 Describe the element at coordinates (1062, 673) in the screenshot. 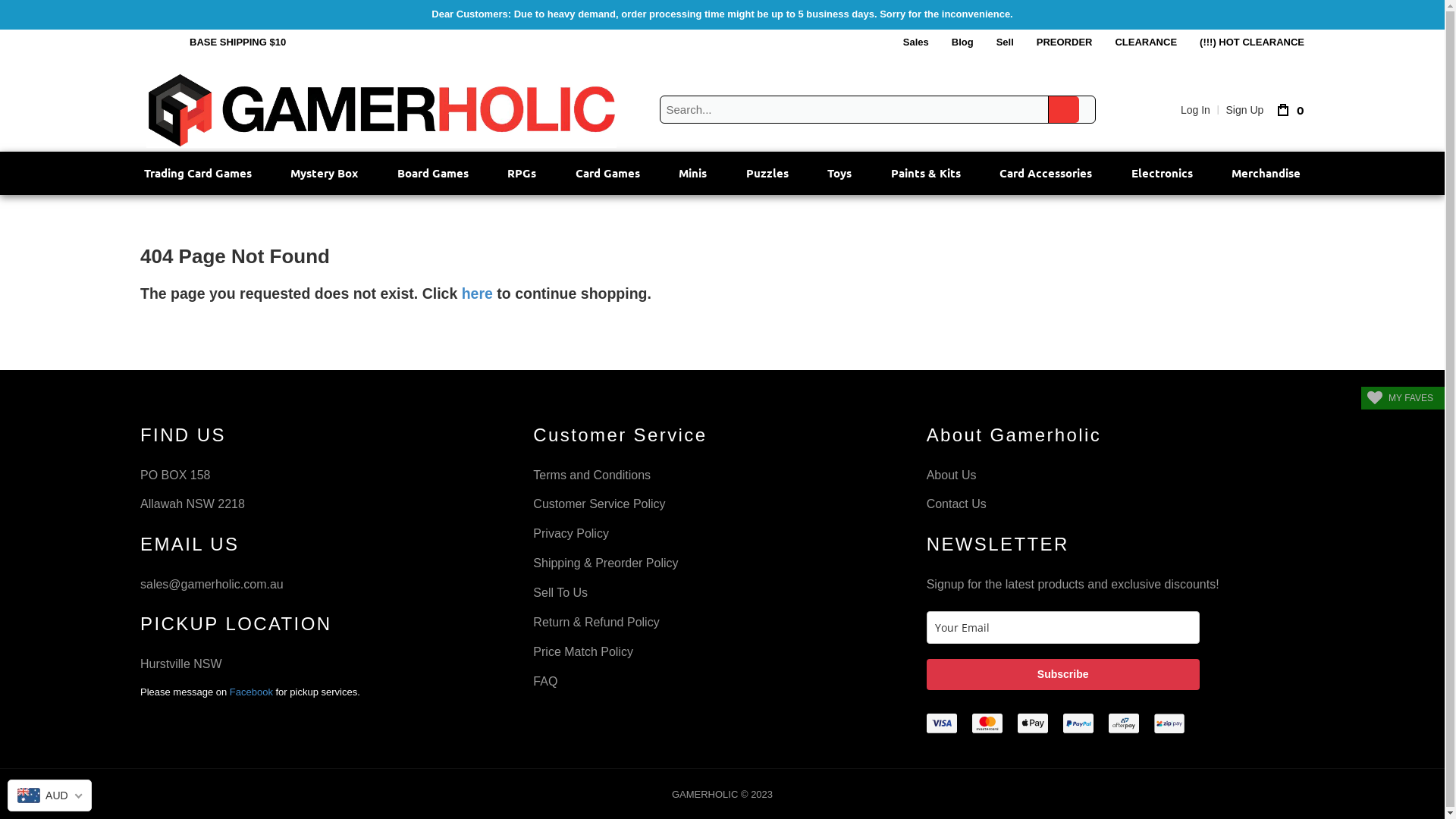

I see `'Subscribe'` at that location.